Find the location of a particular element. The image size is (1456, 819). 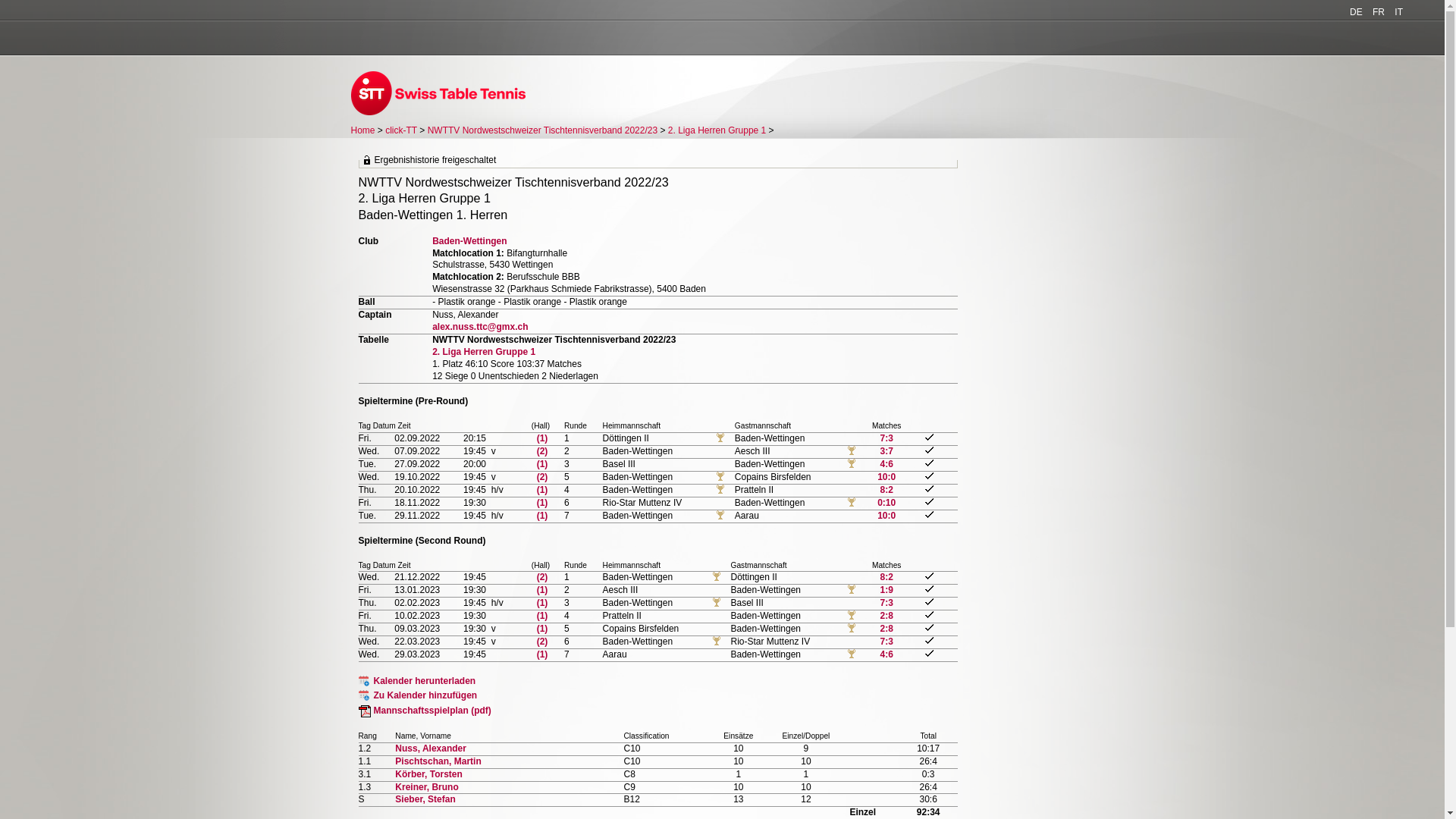

'(2)' is located at coordinates (542, 576).